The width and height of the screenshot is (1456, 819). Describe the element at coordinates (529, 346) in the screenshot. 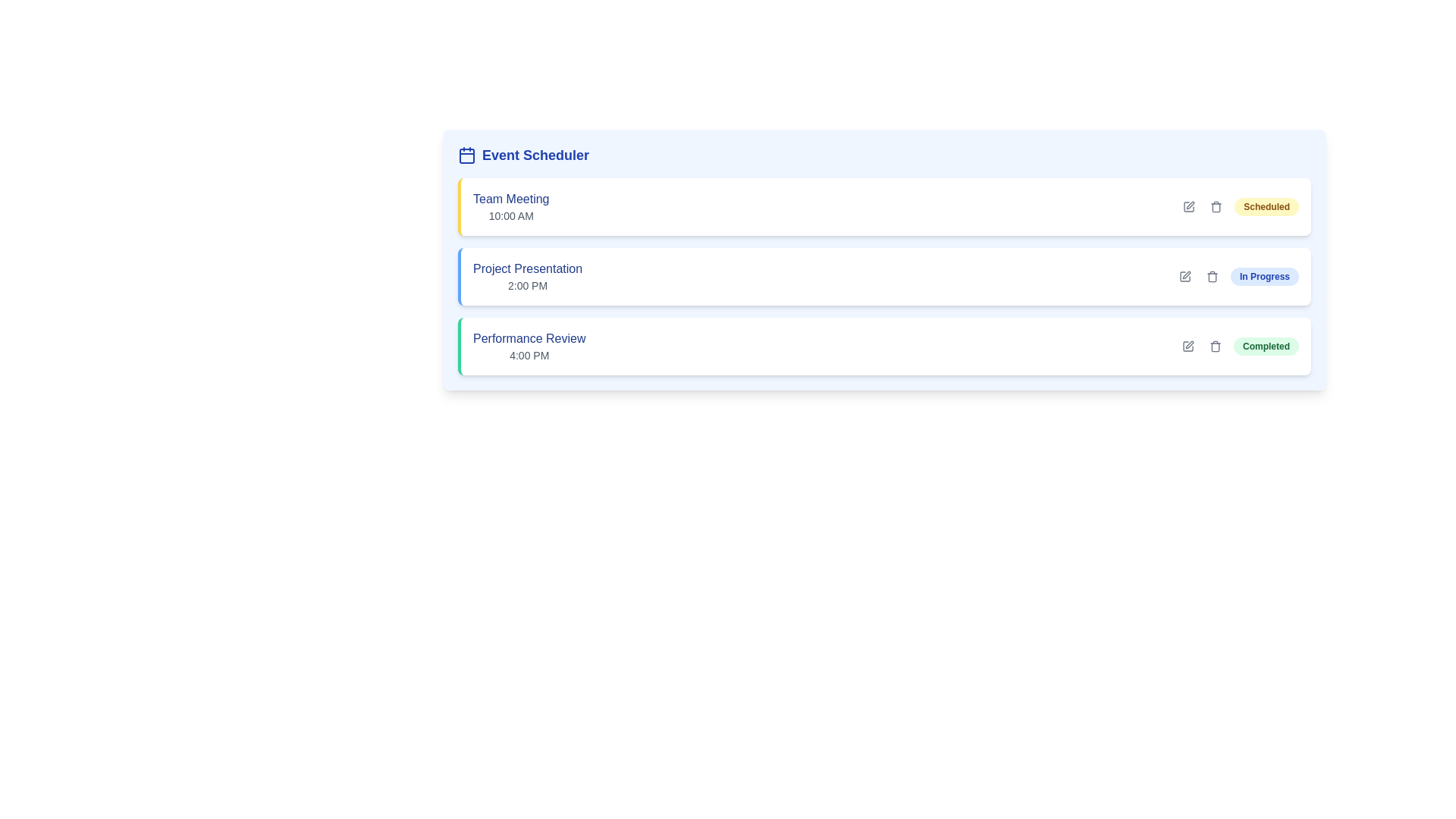

I see `text from the 'Performance Review' label, which is displayed in bold blue text with a subtitle '4:00 PM' beneath it in smaller gray text, located in the third row of the event schedule card layout` at that location.